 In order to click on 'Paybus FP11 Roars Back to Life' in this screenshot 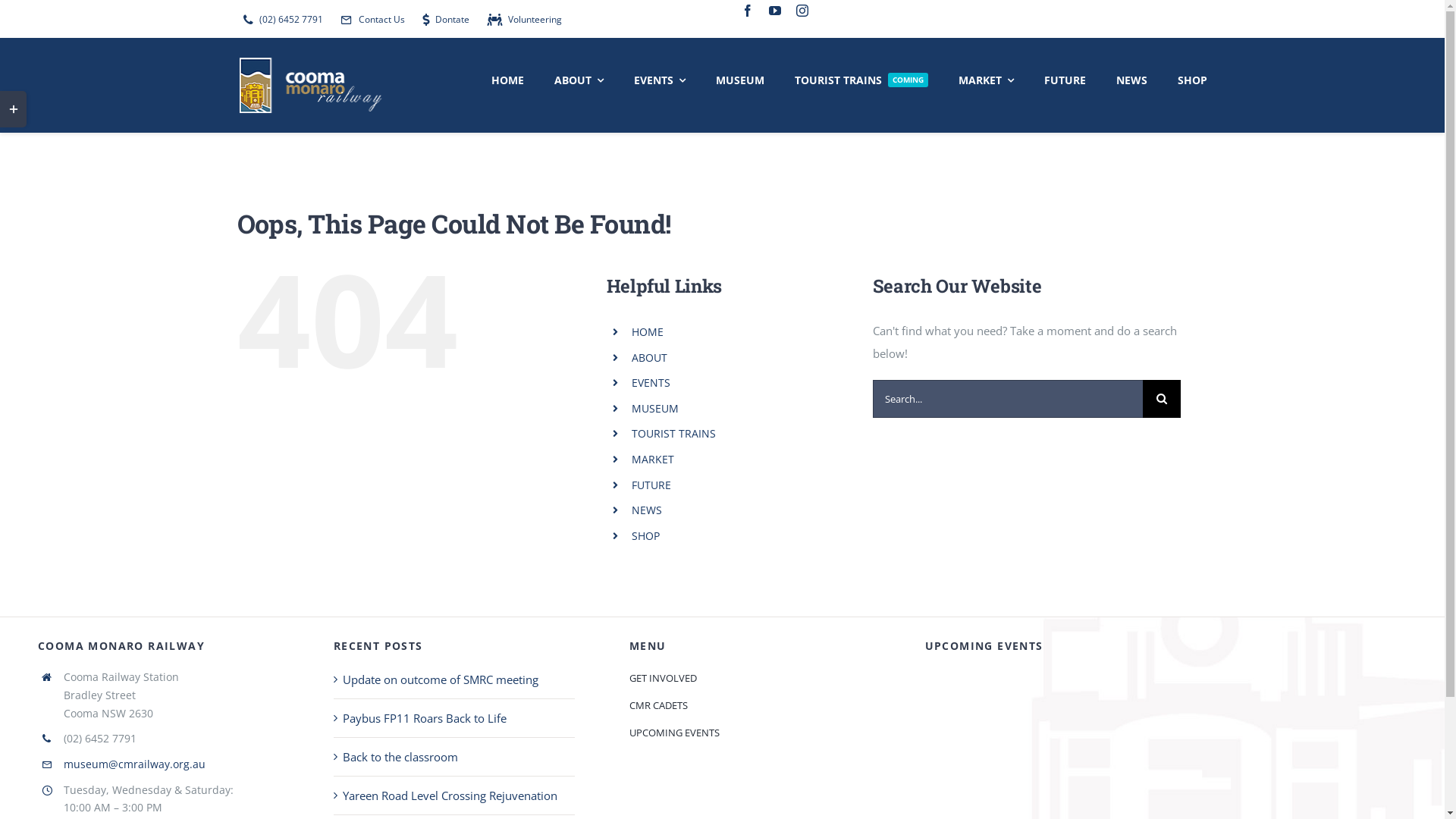, I will do `click(425, 717)`.